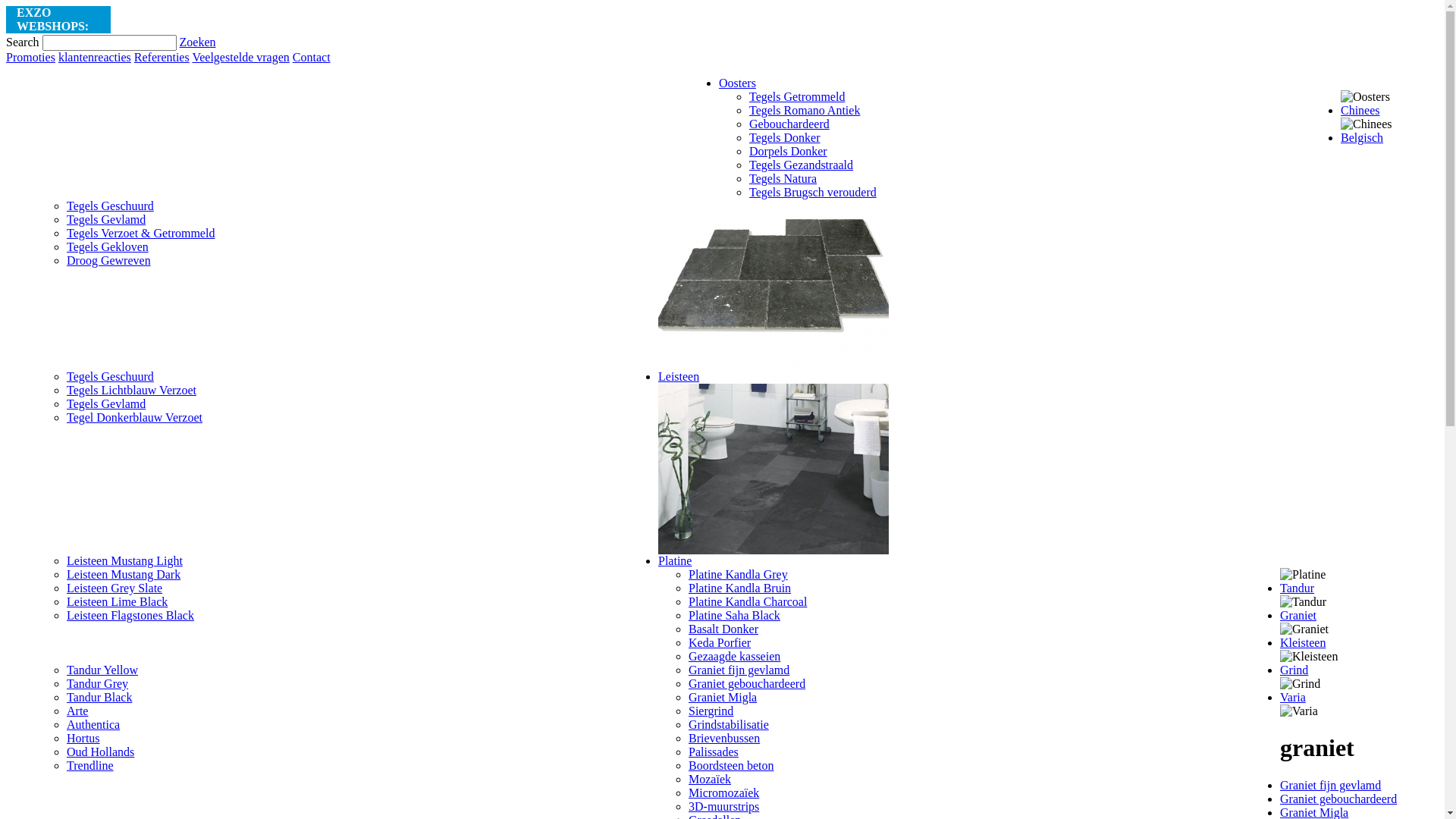 This screenshot has height=819, width=1456. Describe the element at coordinates (1293, 669) in the screenshot. I see `'Grind'` at that location.